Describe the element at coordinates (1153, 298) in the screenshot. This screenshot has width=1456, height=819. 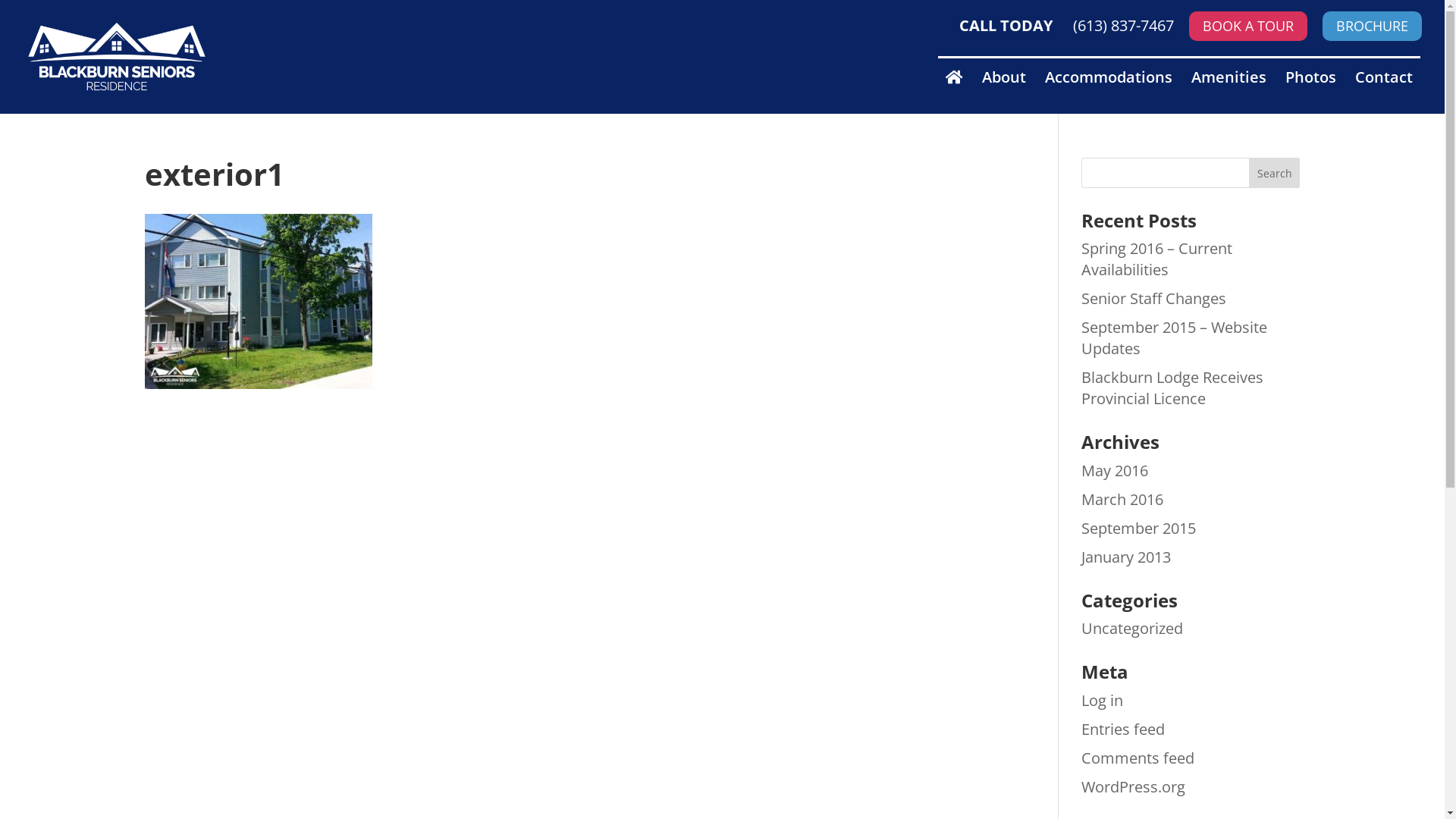
I see `'Senior Staff Changes'` at that location.